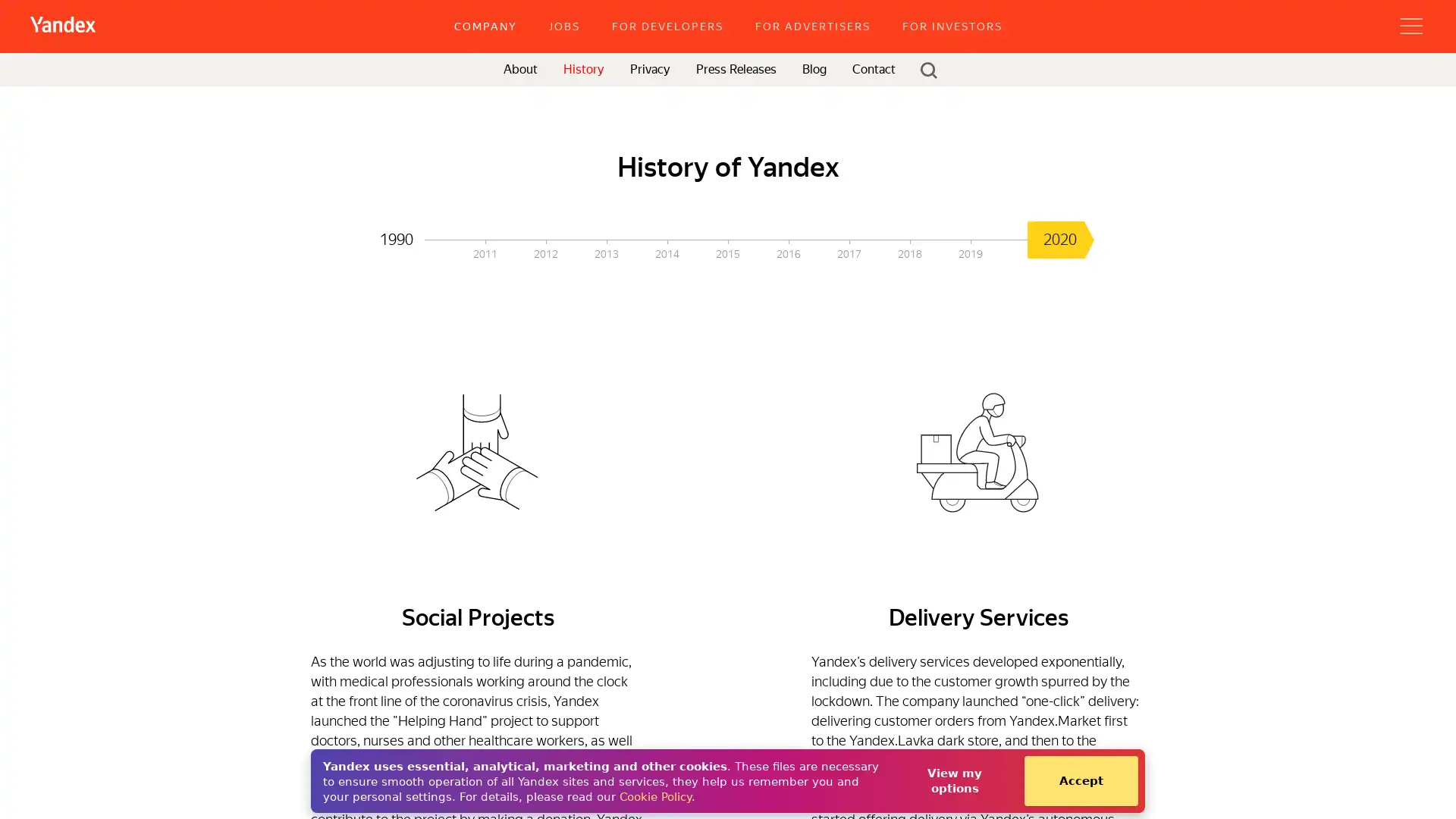 The height and width of the screenshot is (819, 1456). Describe the element at coordinates (953, 780) in the screenshot. I see `View my options` at that location.